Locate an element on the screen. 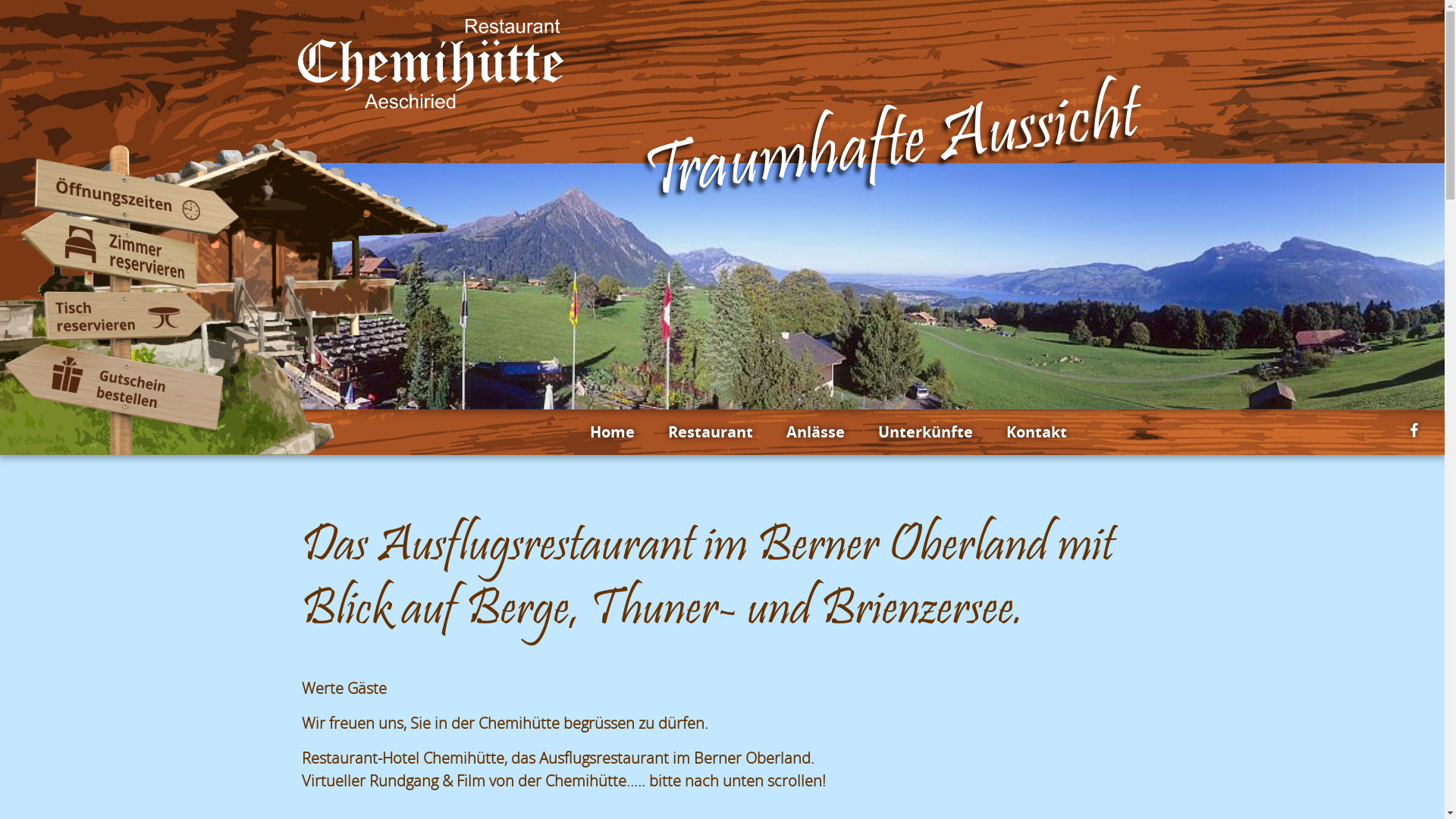 This screenshot has width=1456, height=819. 'Kontakt' is located at coordinates (1035, 432).